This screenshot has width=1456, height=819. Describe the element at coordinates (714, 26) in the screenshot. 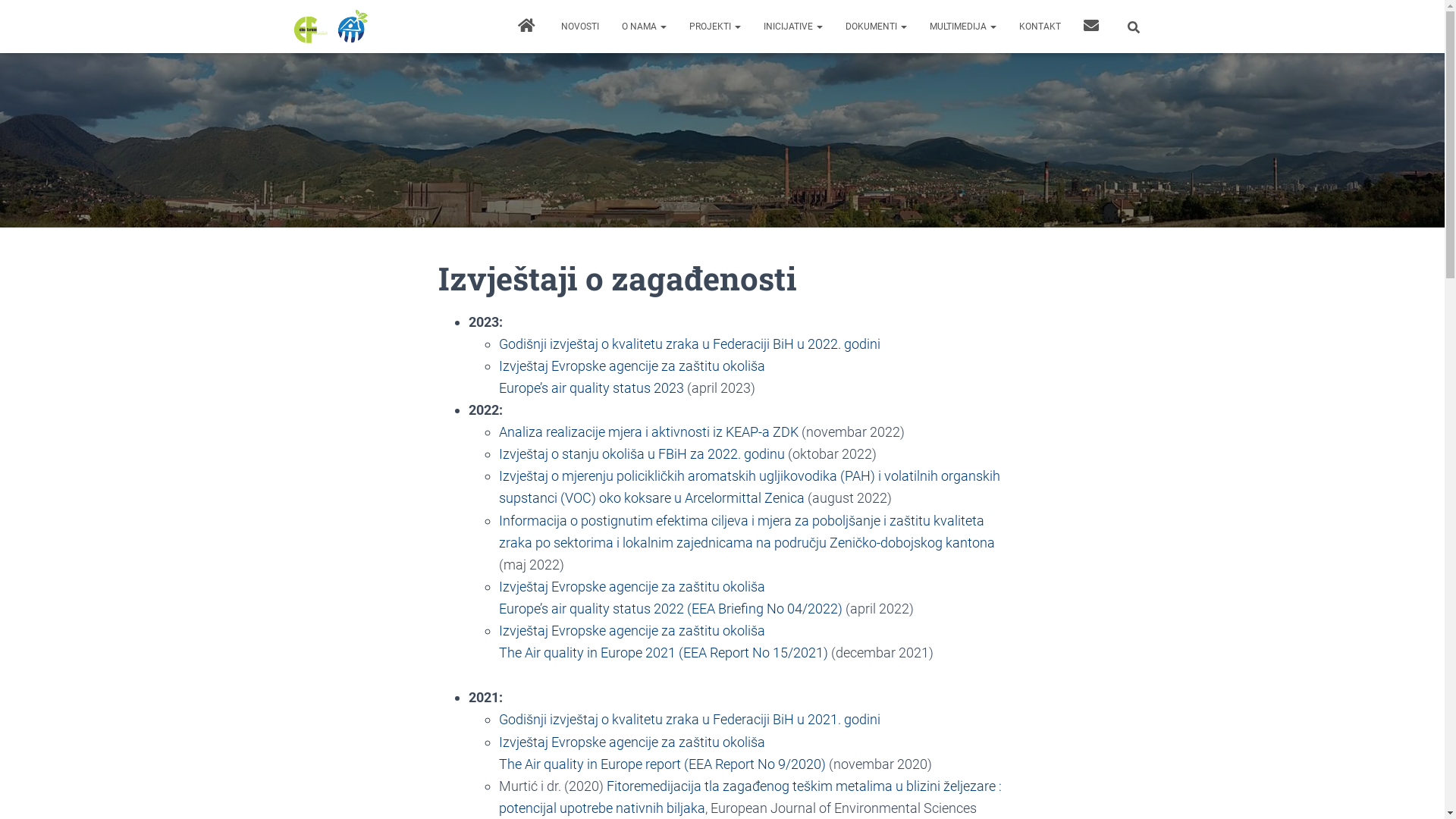

I see `'PROJEKTI'` at that location.